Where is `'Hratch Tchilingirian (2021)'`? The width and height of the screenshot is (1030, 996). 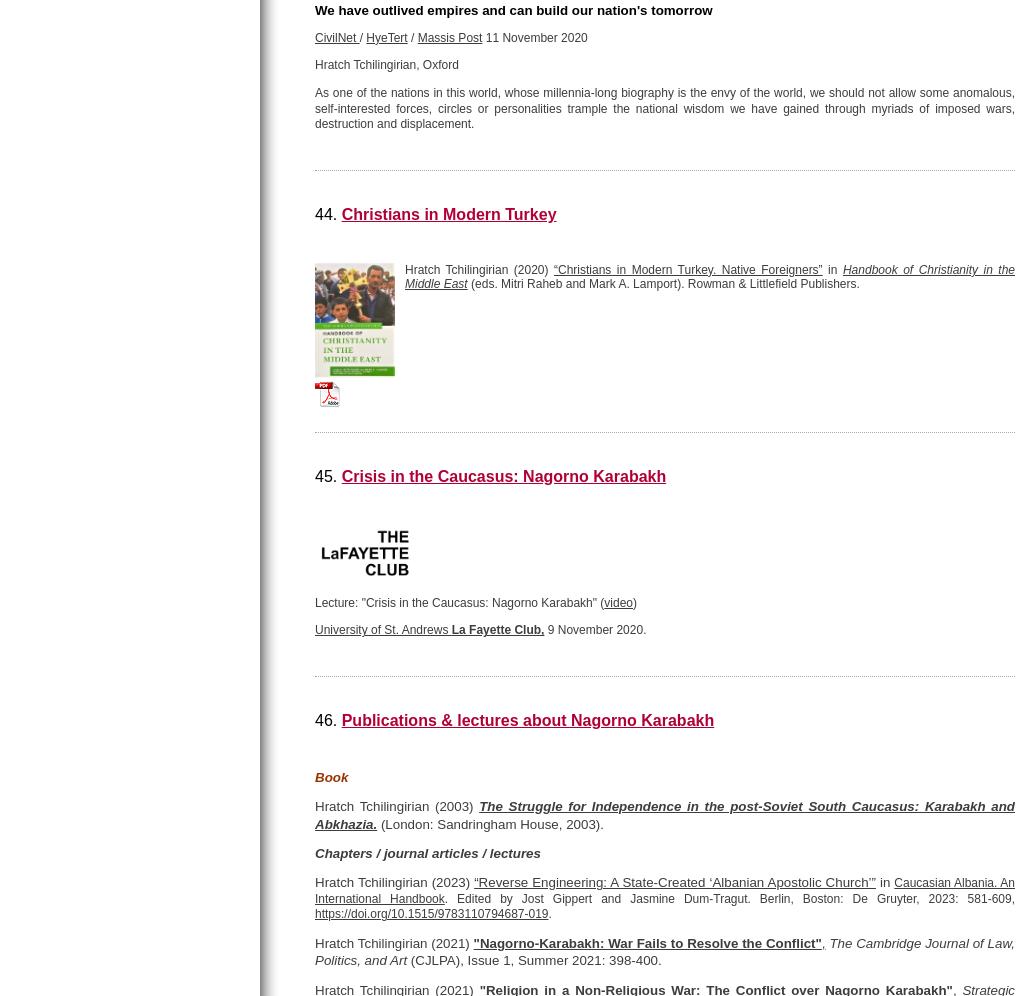 'Hratch Tchilingirian (2021)' is located at coordinates (393, 943).